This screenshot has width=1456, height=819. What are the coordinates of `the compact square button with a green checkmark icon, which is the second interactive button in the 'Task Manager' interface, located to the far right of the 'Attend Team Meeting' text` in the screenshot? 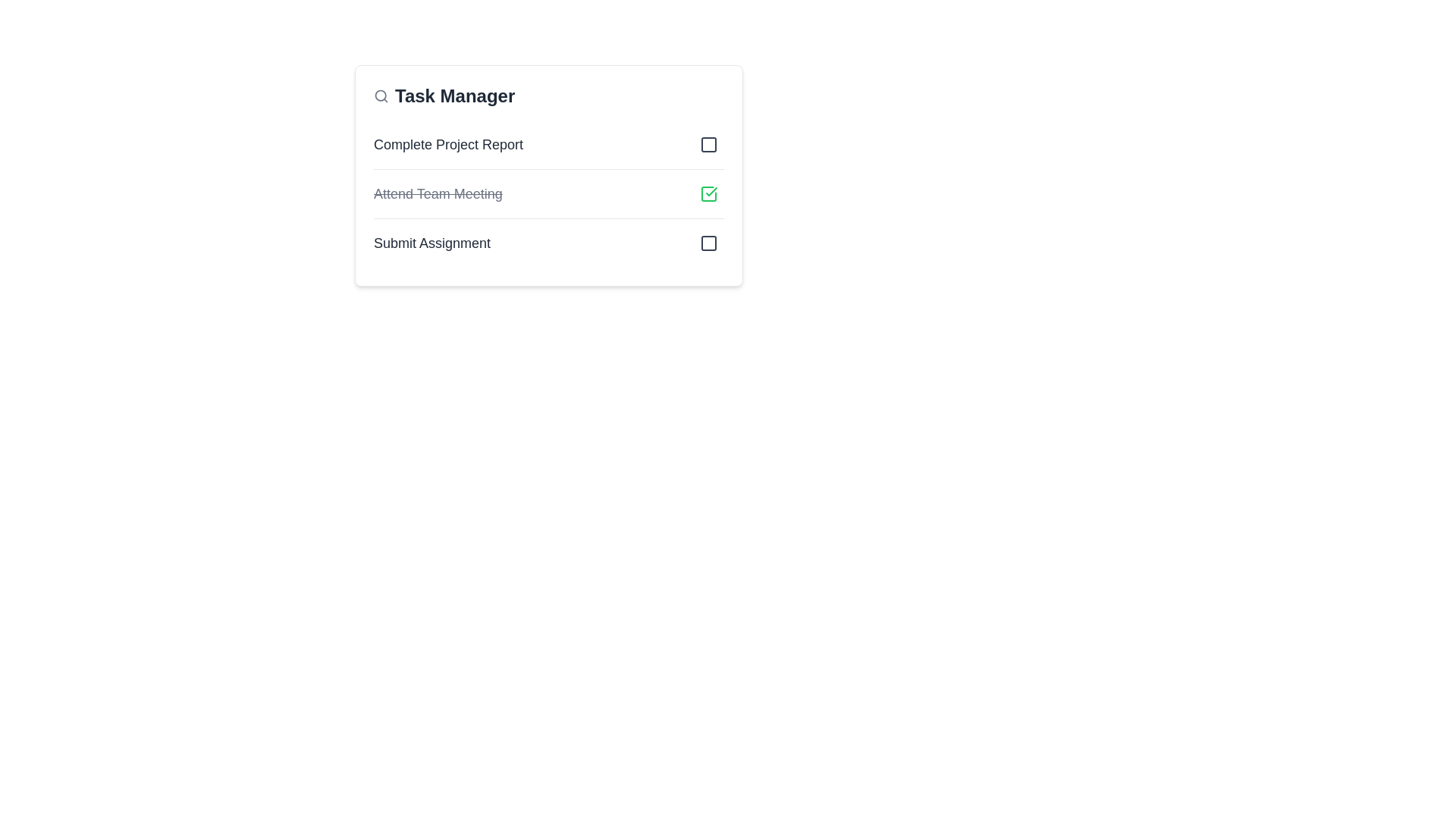 It's located at (708, 193).